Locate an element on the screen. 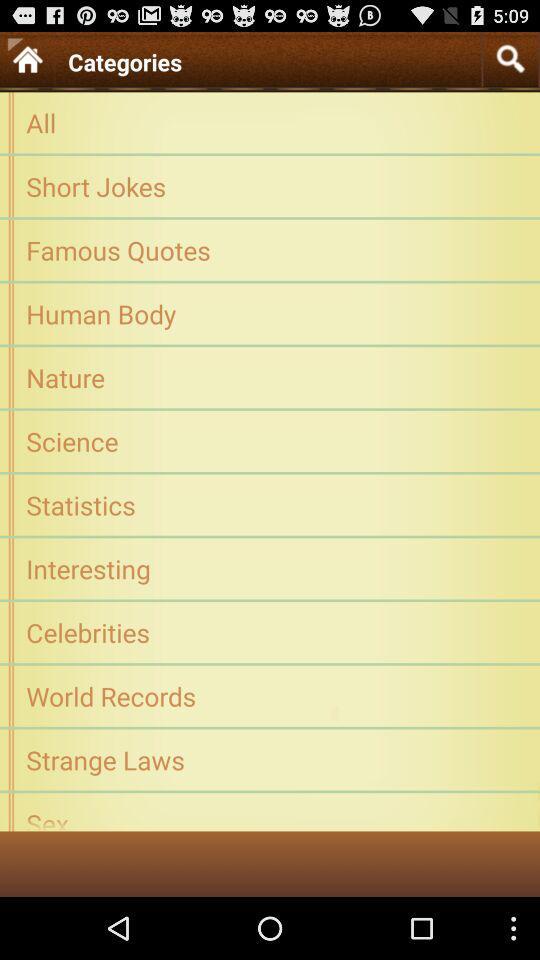 This screenshot has width=540, height=960. go home is located at coordinates (26, 58).